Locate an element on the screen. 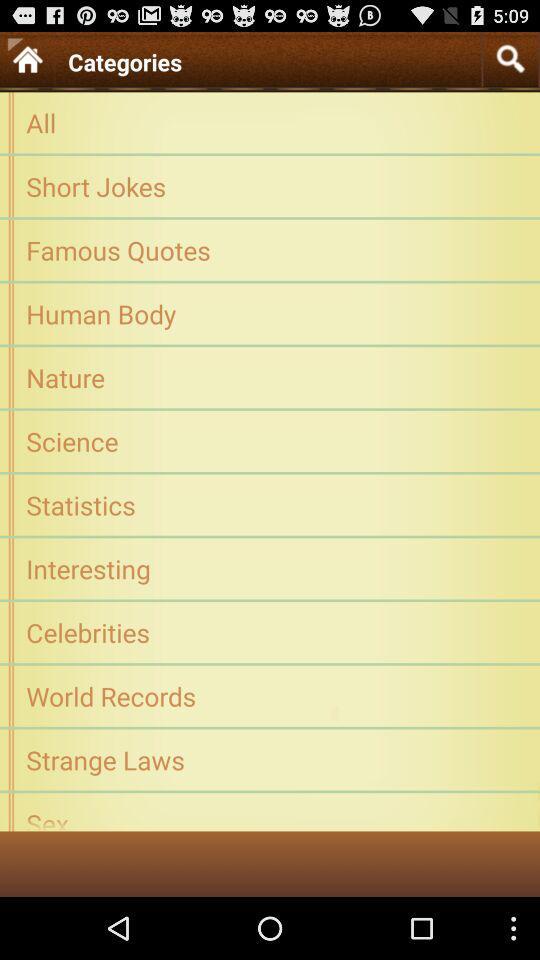 This screenshot has width=540, height=960. go home is located at coordinates (26, 58).